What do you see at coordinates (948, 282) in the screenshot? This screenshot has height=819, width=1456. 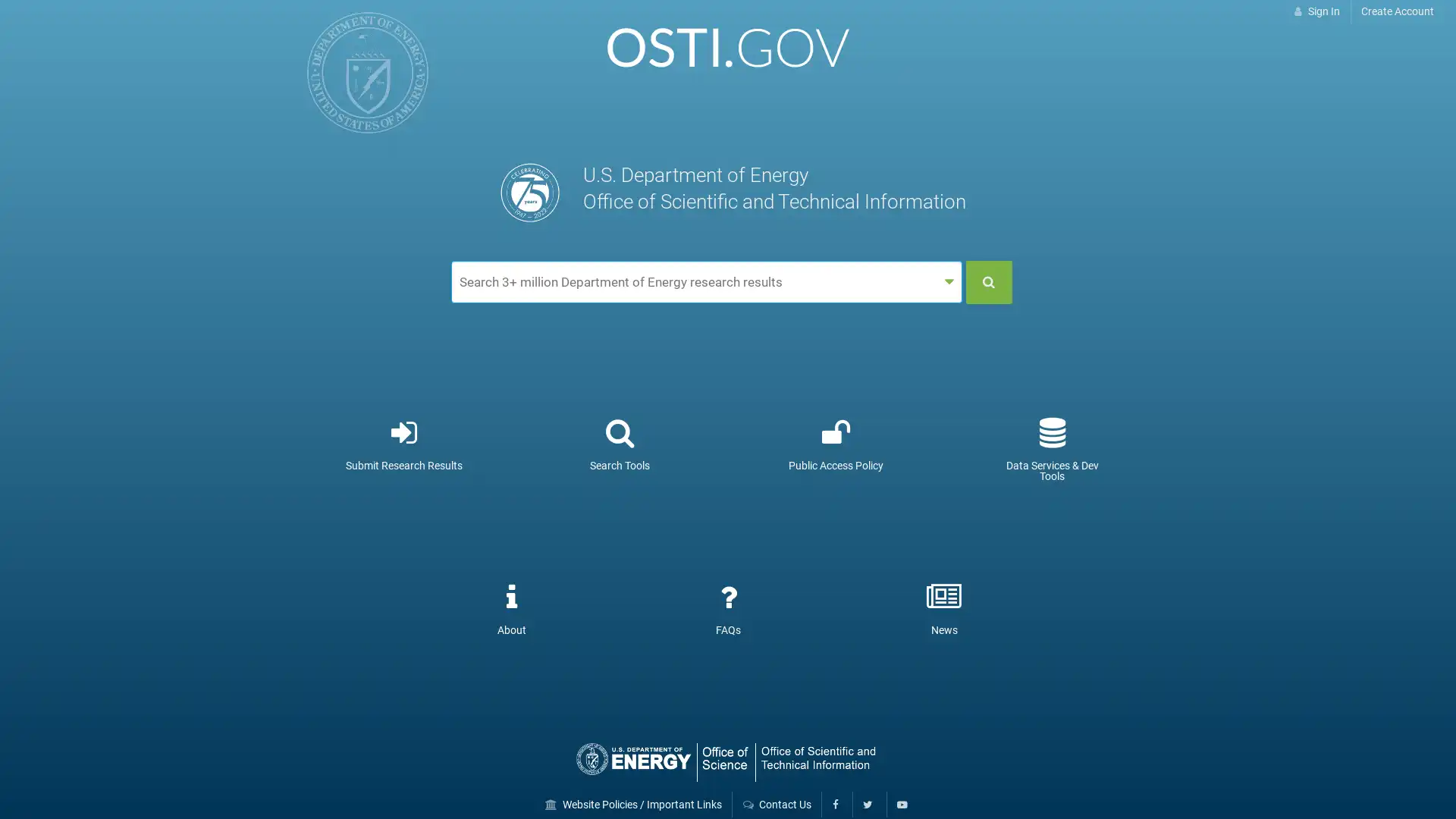 I see `Advanced search options` at bounding box center [948, 282].